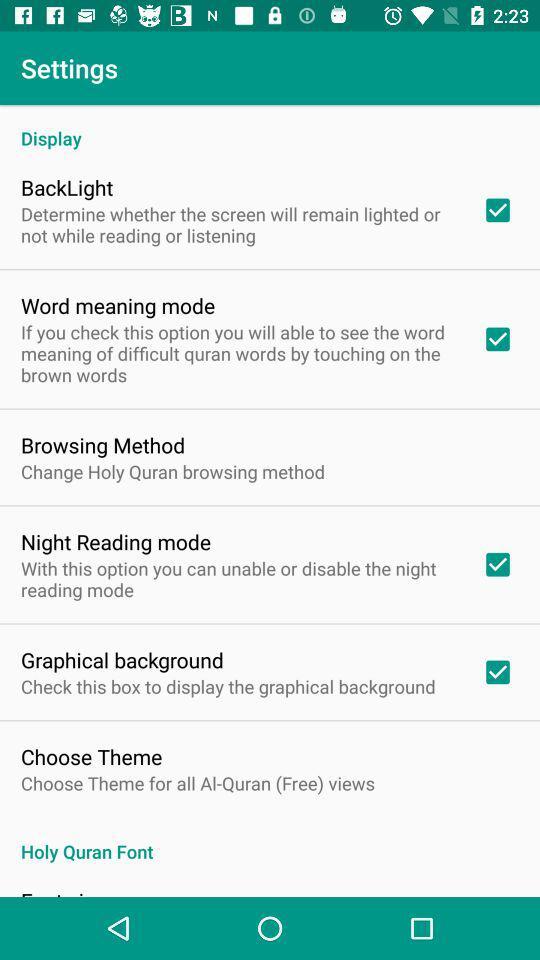  What do you see at coordinates (67, 187) in the screenshot?
I see `backlight icon` at bounding box center [67, 187].